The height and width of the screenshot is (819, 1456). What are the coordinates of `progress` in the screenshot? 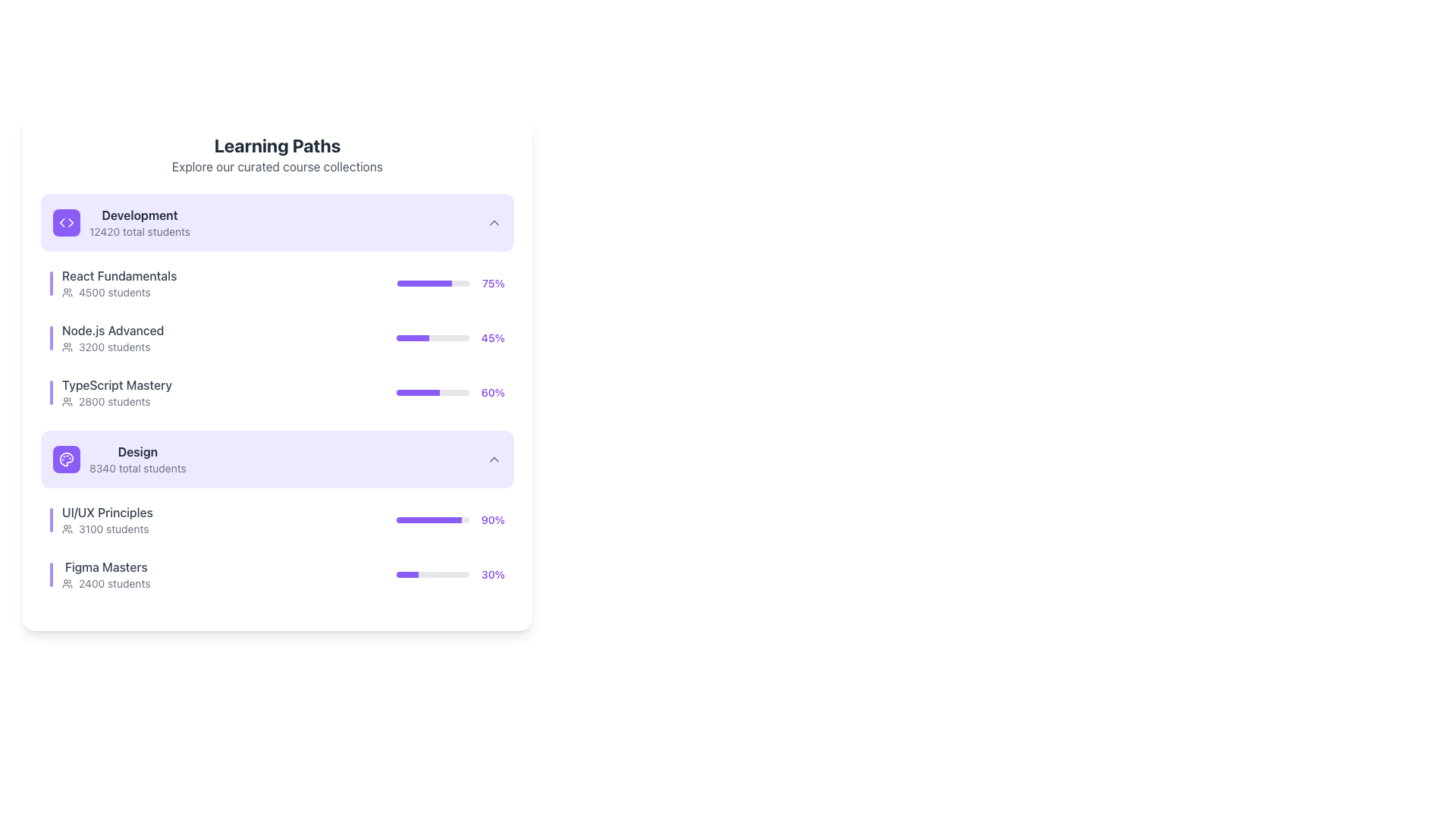 It's located at (427, 337).